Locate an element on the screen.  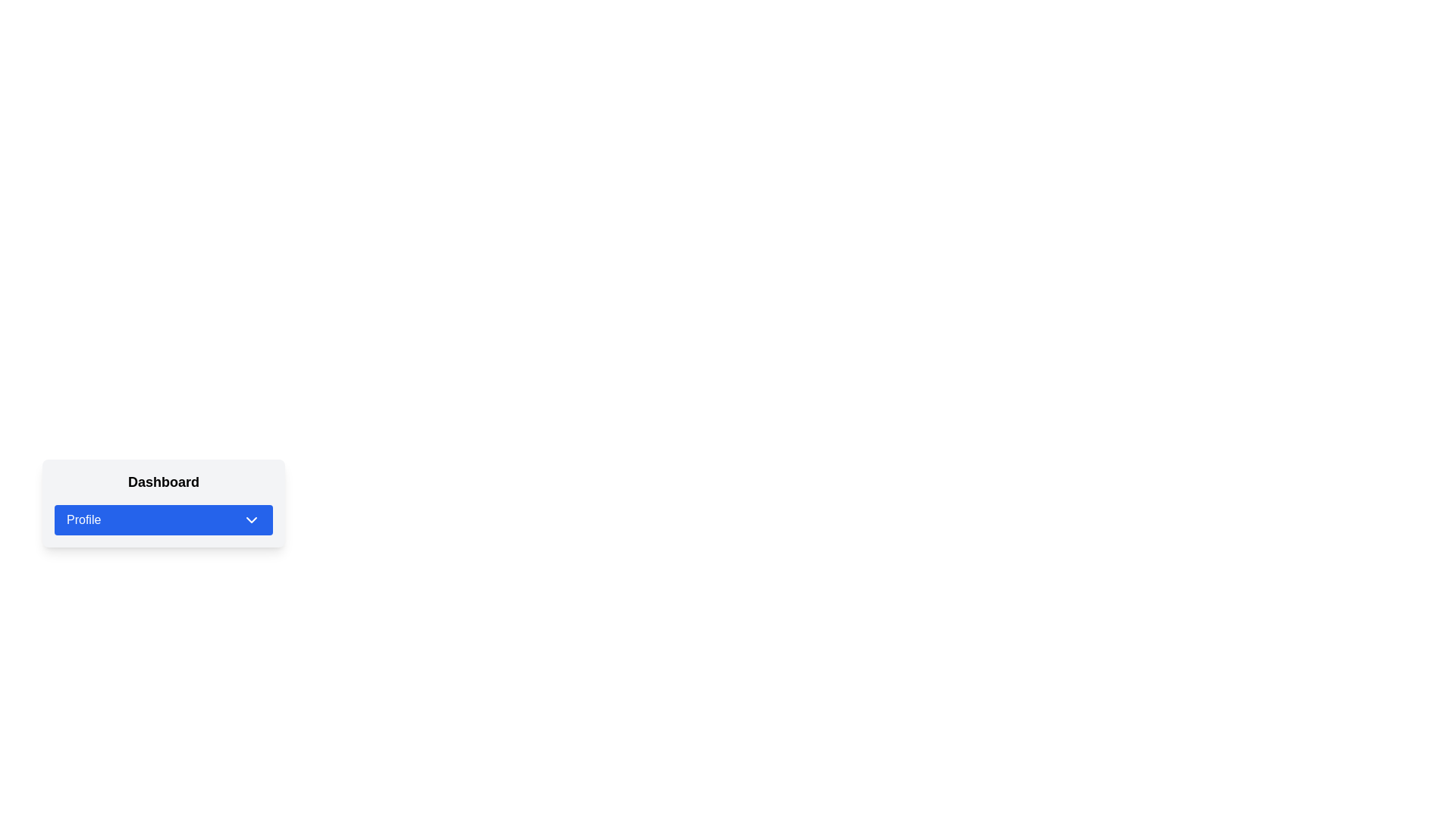
the 'Profile' text label element, which is displayed in white font on a blue background, located within a button-like structure under the 'Dashboard' heading is located at coordinates (83, 519).